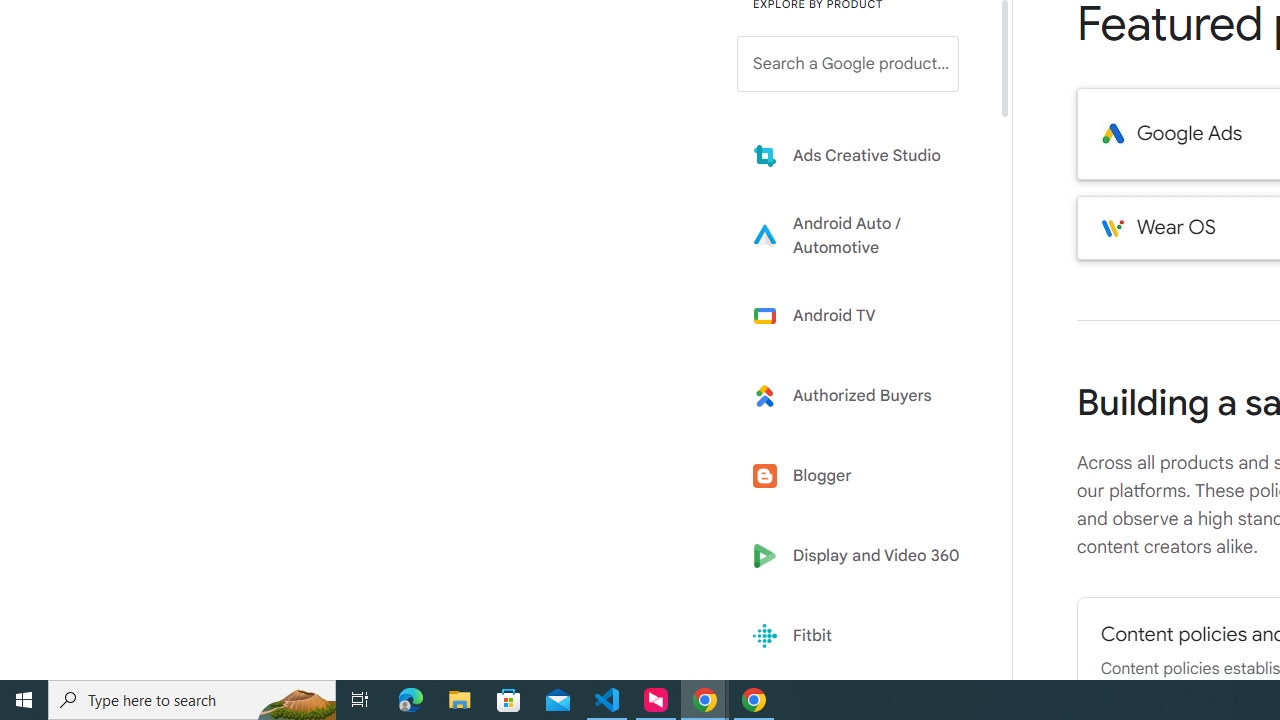 The width and height of the screenshot is (1280, 720). I want to click on 'Learn more about Android Auto', so click(862, 234).